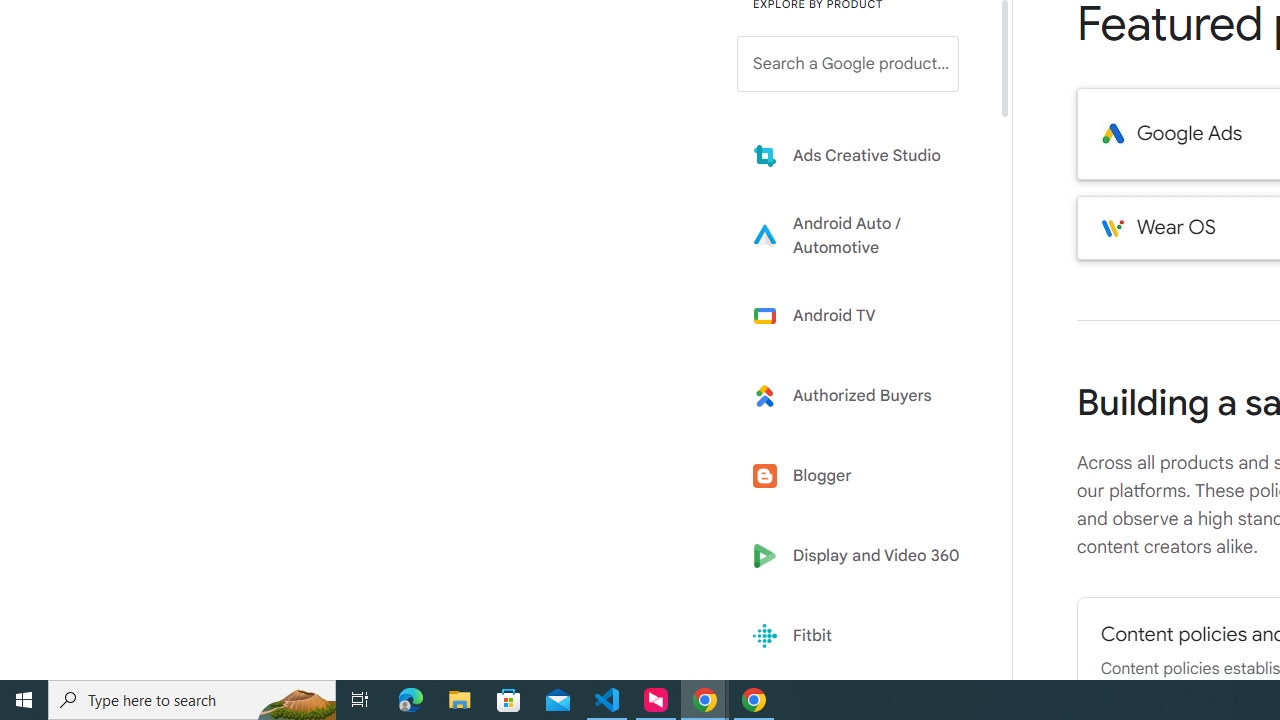 The width and height of the screenshot is (1280, 720). I want to click on 'Learn more about Android Auto', so click(862, 234).